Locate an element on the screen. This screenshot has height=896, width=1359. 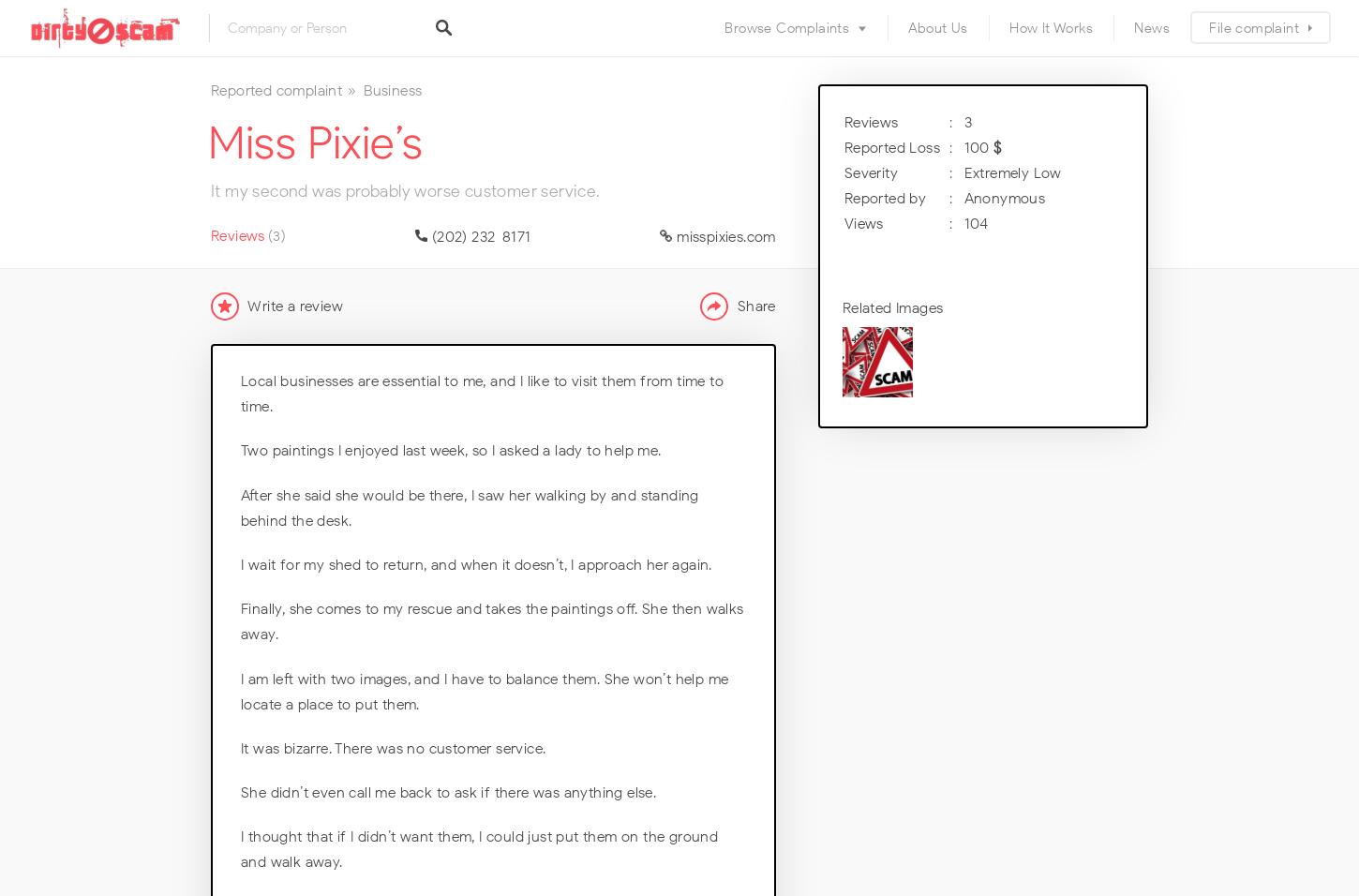
'Extremely Low' is located at coordinates (1011, 172).